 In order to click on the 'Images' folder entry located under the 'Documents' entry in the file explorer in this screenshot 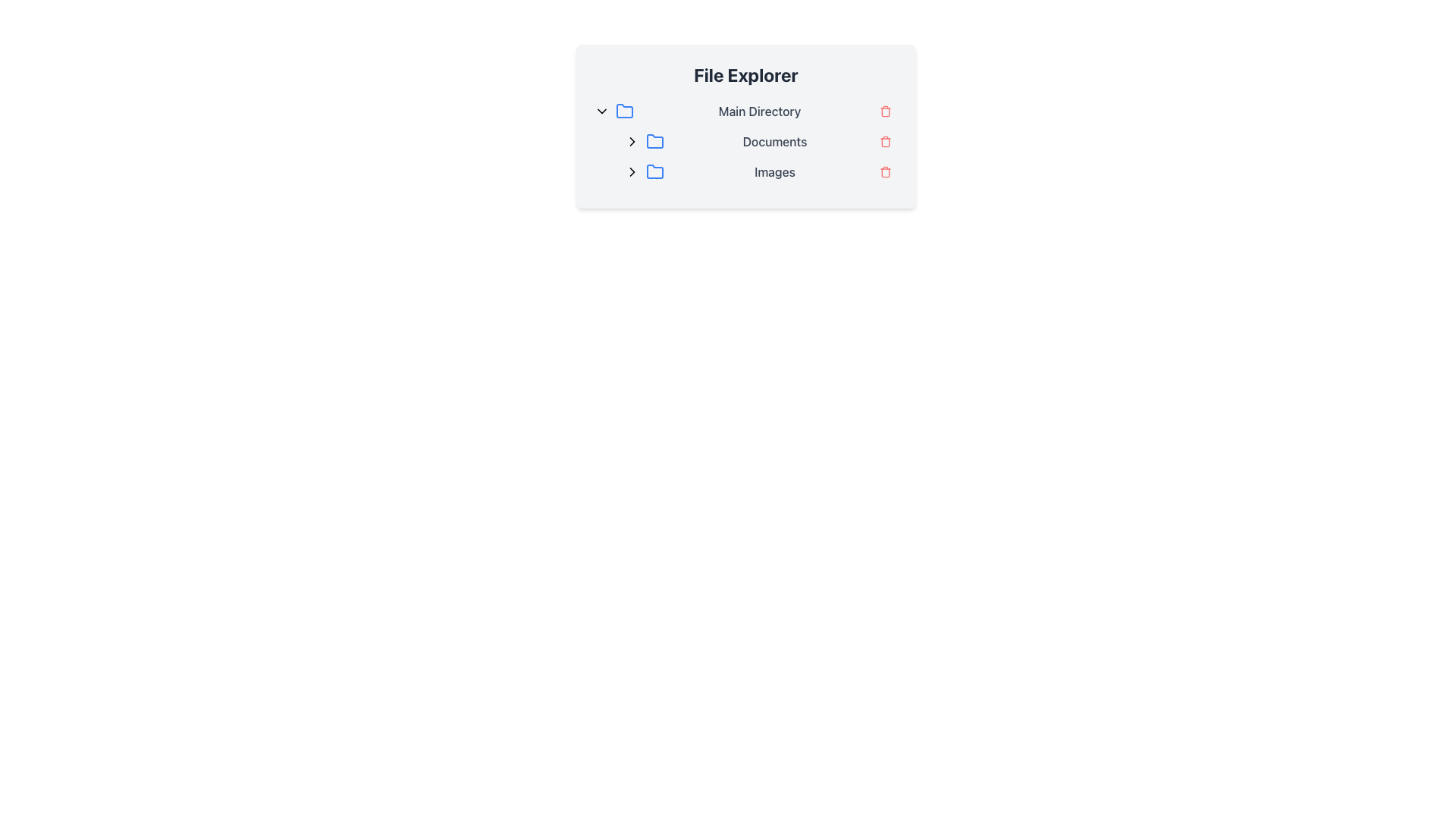, I will do `click(752, 171)`.